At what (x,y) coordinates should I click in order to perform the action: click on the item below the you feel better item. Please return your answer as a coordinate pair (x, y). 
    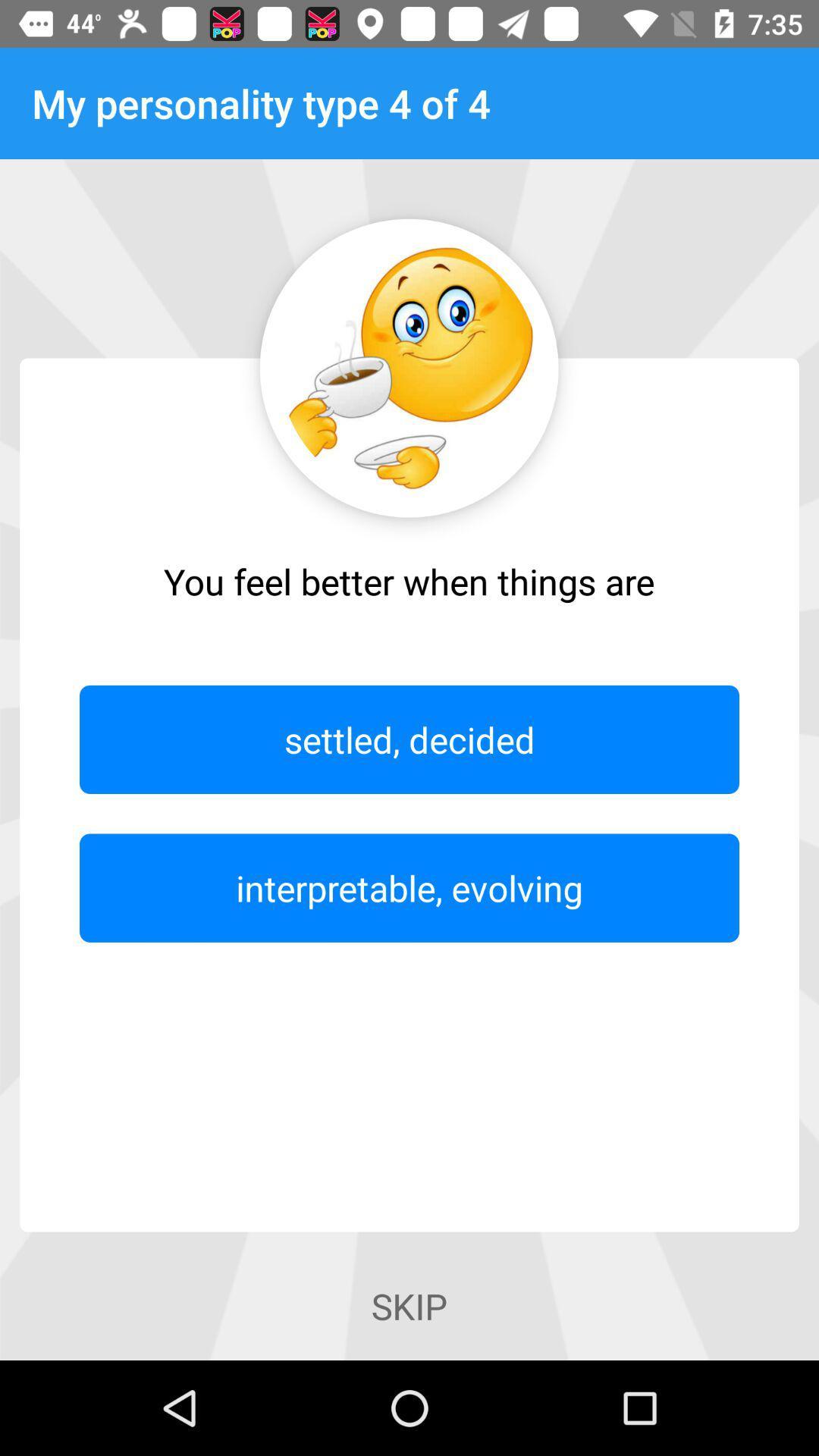
    Looking at the image, I should click on (409, 739).